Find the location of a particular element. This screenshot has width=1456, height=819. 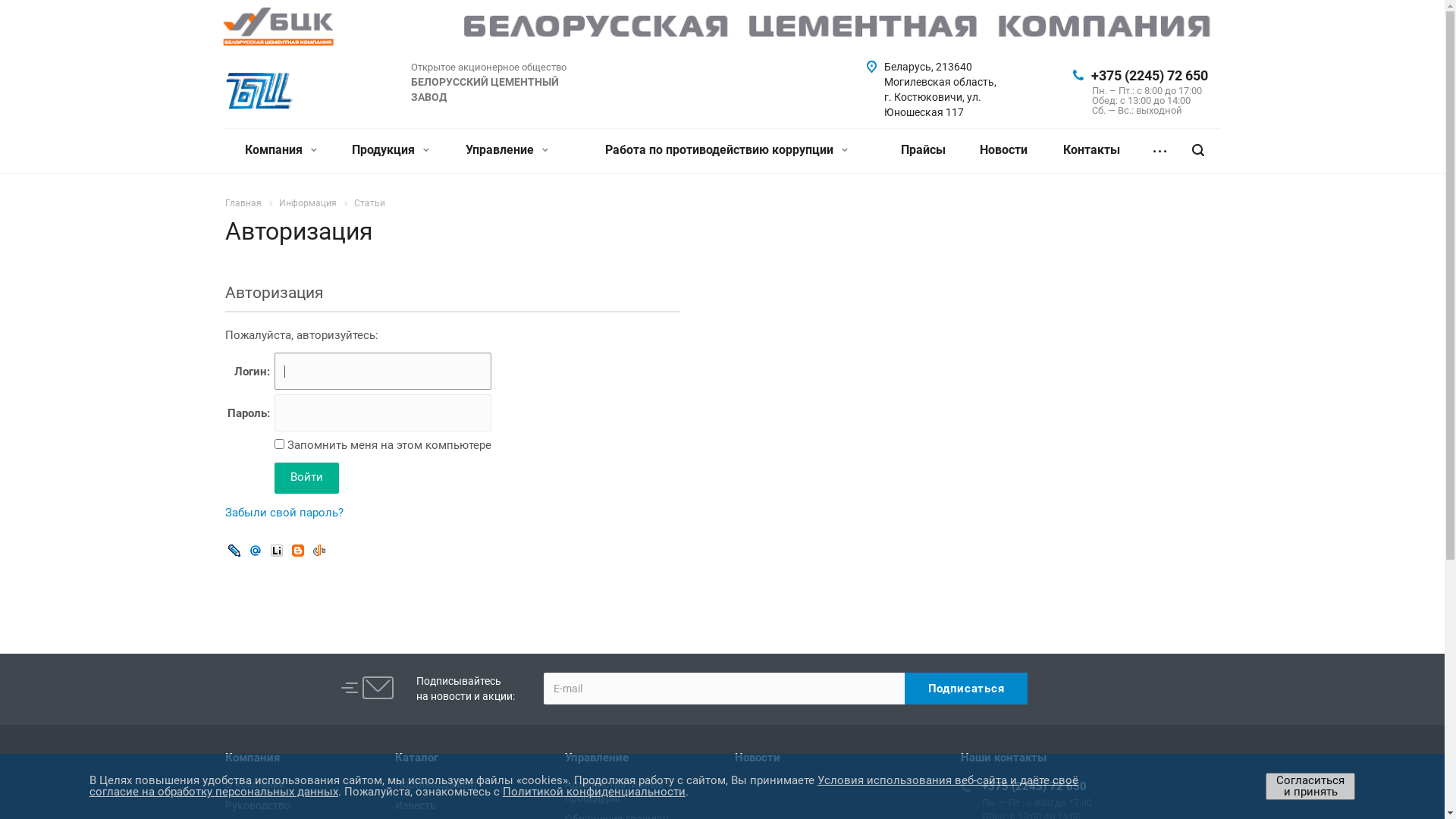

'Mail.Ru OpenID' is located at coordinates (255, 550).